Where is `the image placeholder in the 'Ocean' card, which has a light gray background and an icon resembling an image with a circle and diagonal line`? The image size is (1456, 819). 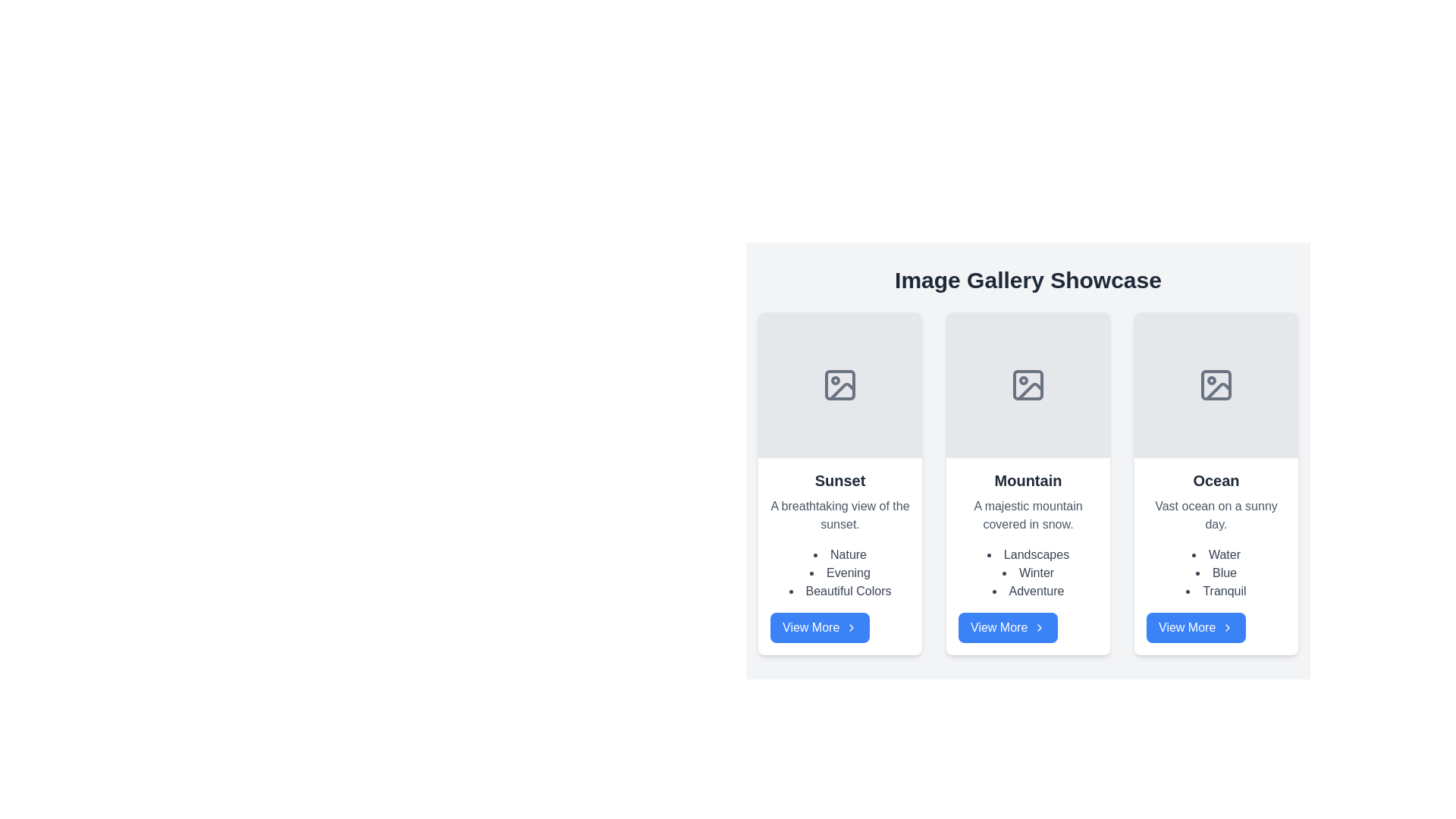 the image placeholder in the 'Ocean' card, which has a light gray background and an icon resembling an image with a circle and diagonal line is located at coordinates (1216, 384).